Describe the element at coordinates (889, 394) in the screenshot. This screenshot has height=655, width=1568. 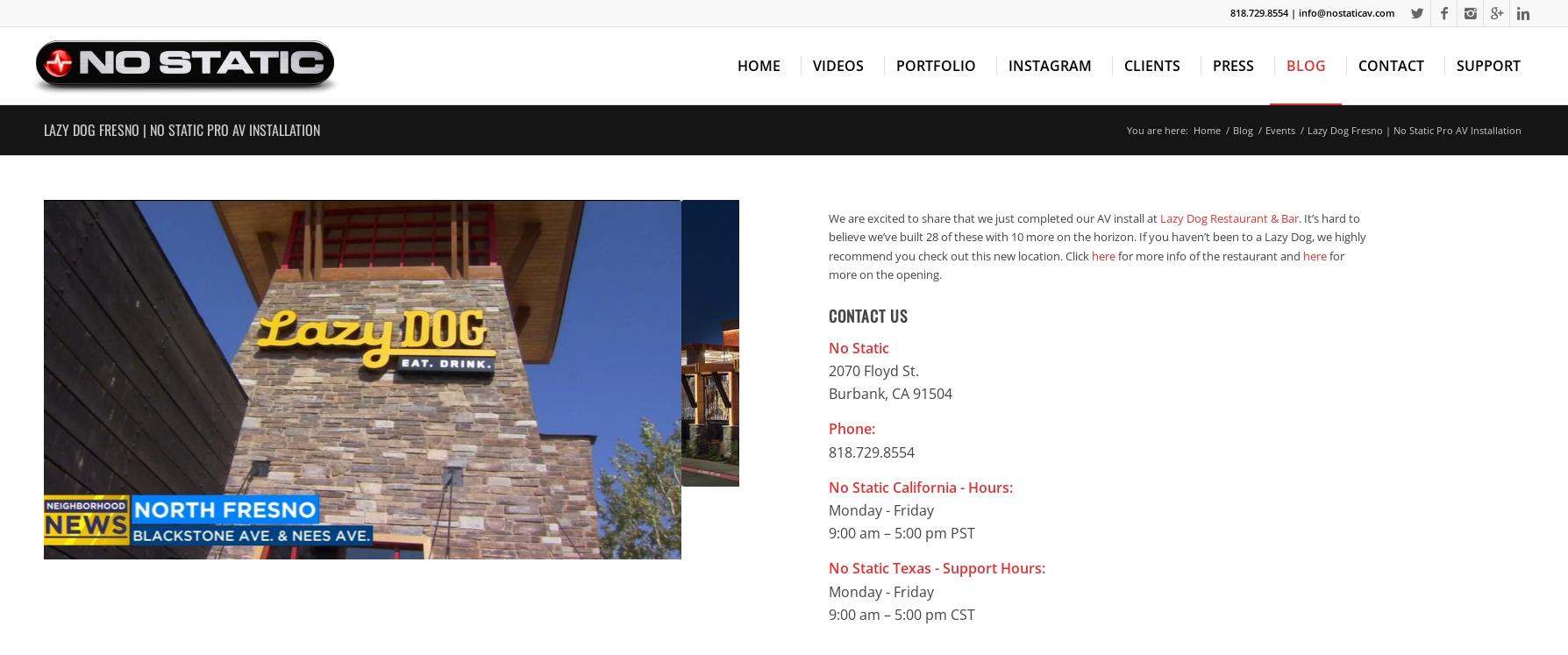
I see `'Burbank, CA 91504'` at that location.